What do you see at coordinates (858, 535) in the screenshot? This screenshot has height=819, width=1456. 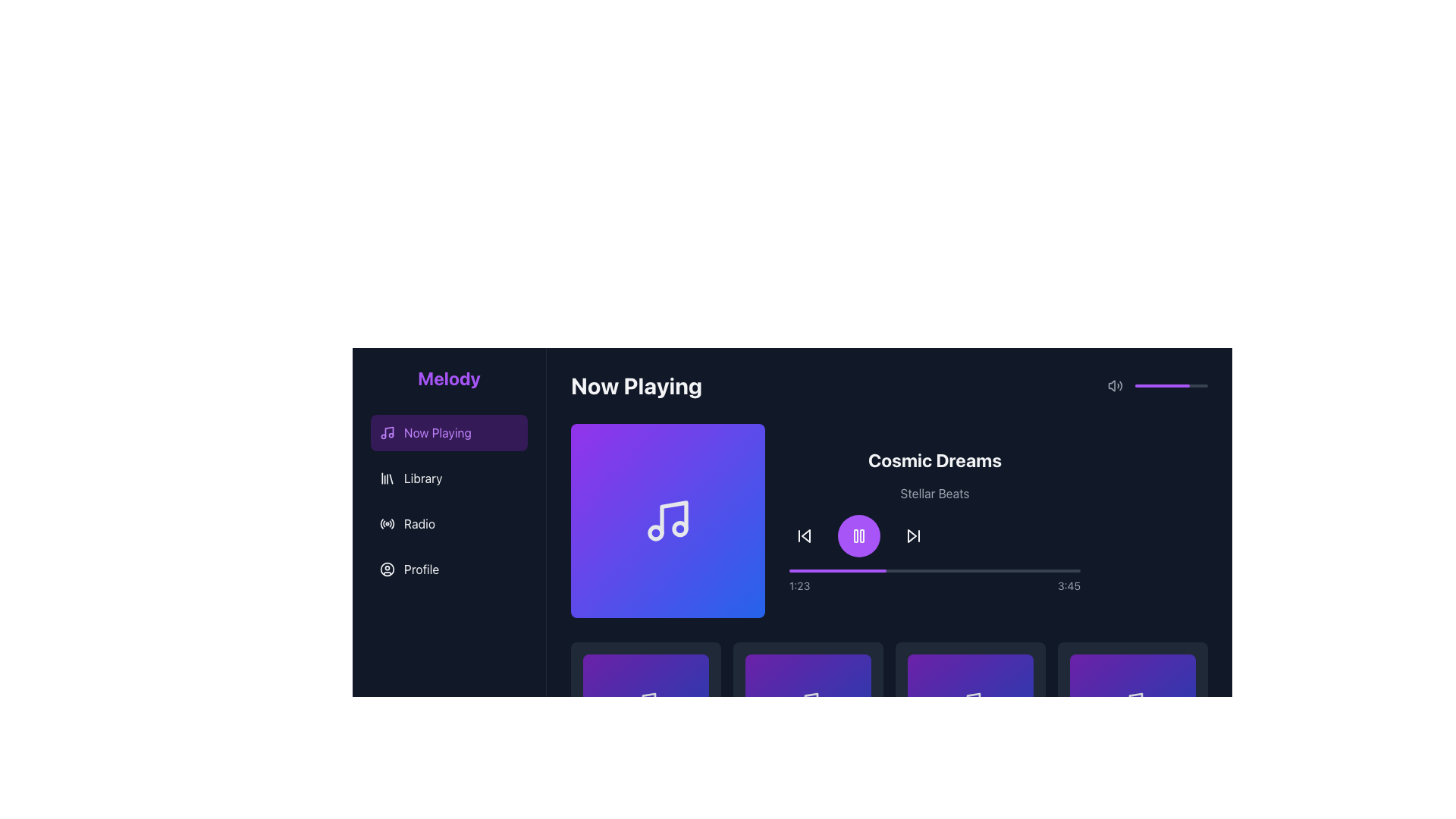 I see `the pause button located centrally among the playback controls` at bounding box center [858, 535].